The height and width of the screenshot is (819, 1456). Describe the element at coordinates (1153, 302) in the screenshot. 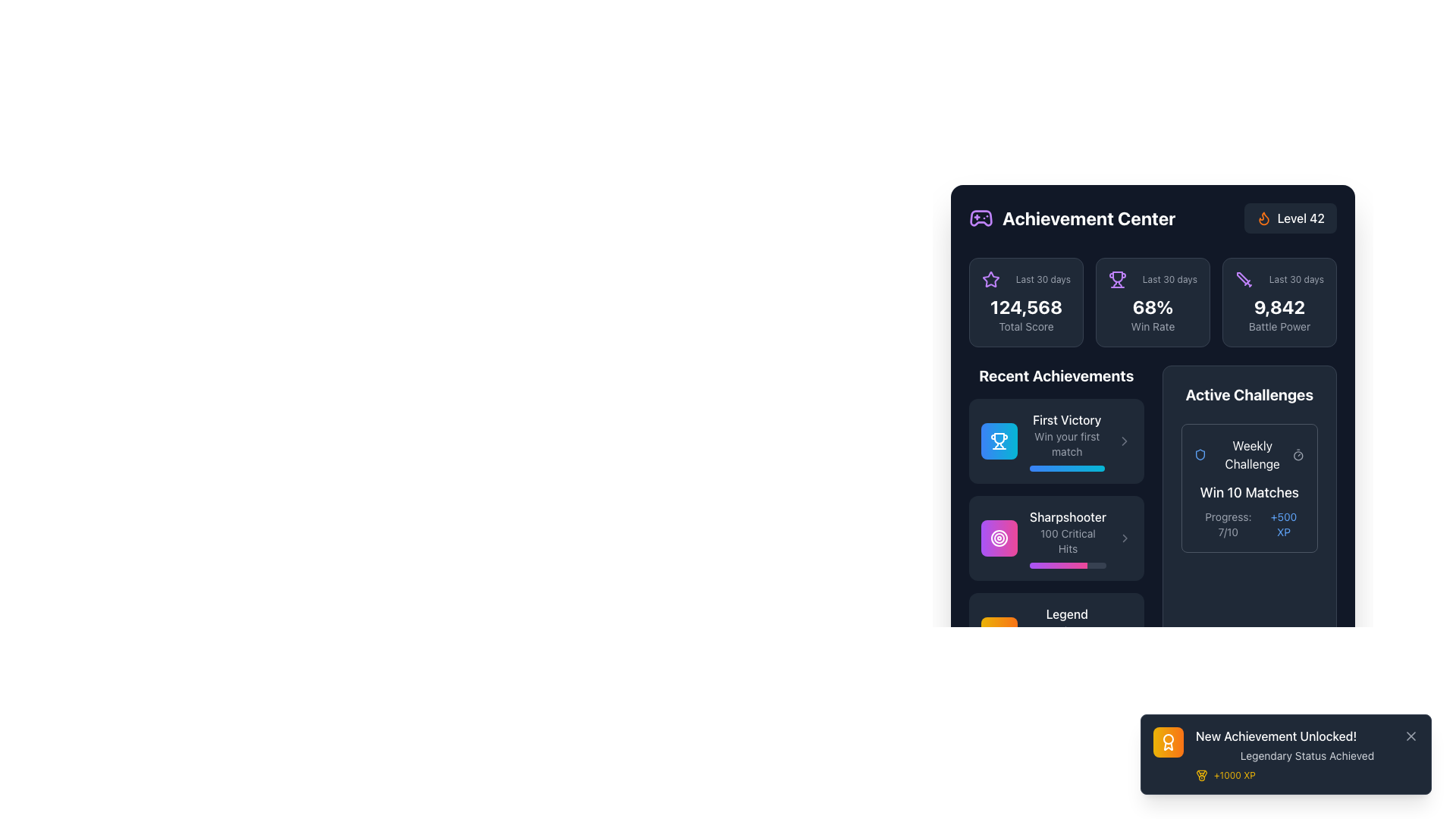

I see `the Informational card that displays the user's win rate for the last 30 days, positioned between the Total Score and Battle Power cards in the metric summary section` at that location.